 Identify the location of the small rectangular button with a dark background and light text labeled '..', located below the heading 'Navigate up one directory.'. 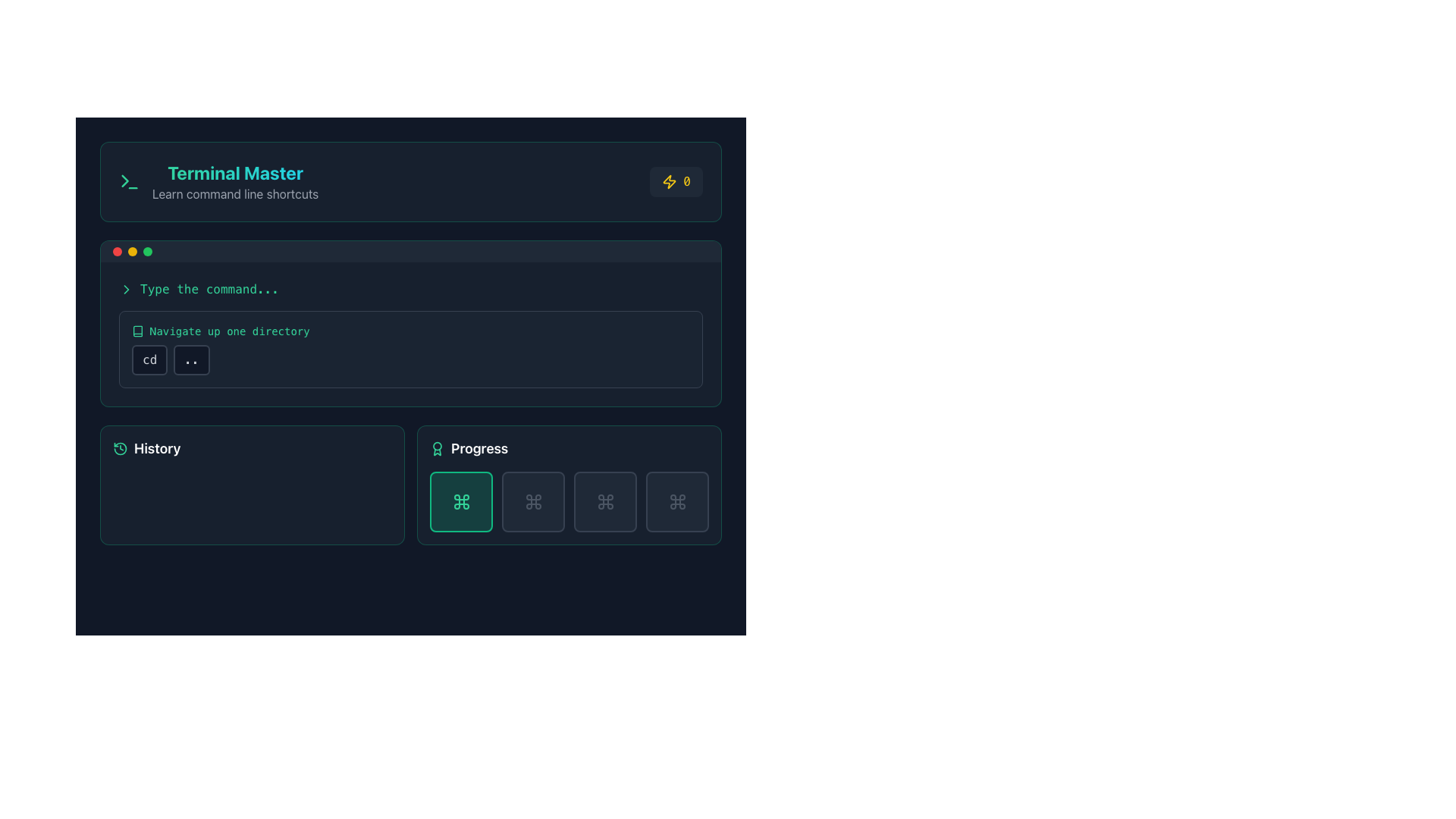
(190, 359).